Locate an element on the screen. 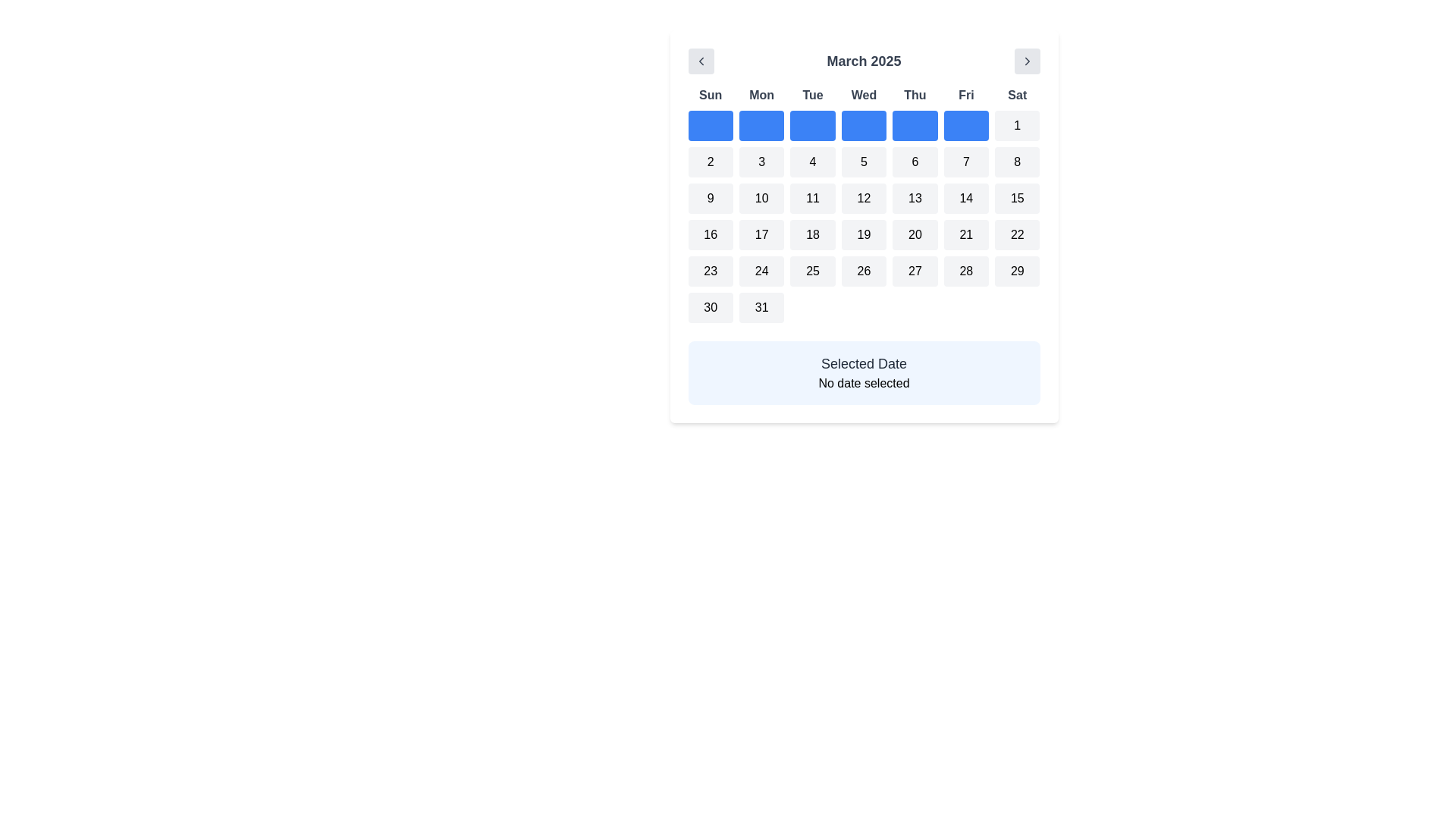 The height and width of the screenshot is (819, 1456). the button representing the first day in the calendar grid, located under 'Sun' is located at coordinates (709, 124).